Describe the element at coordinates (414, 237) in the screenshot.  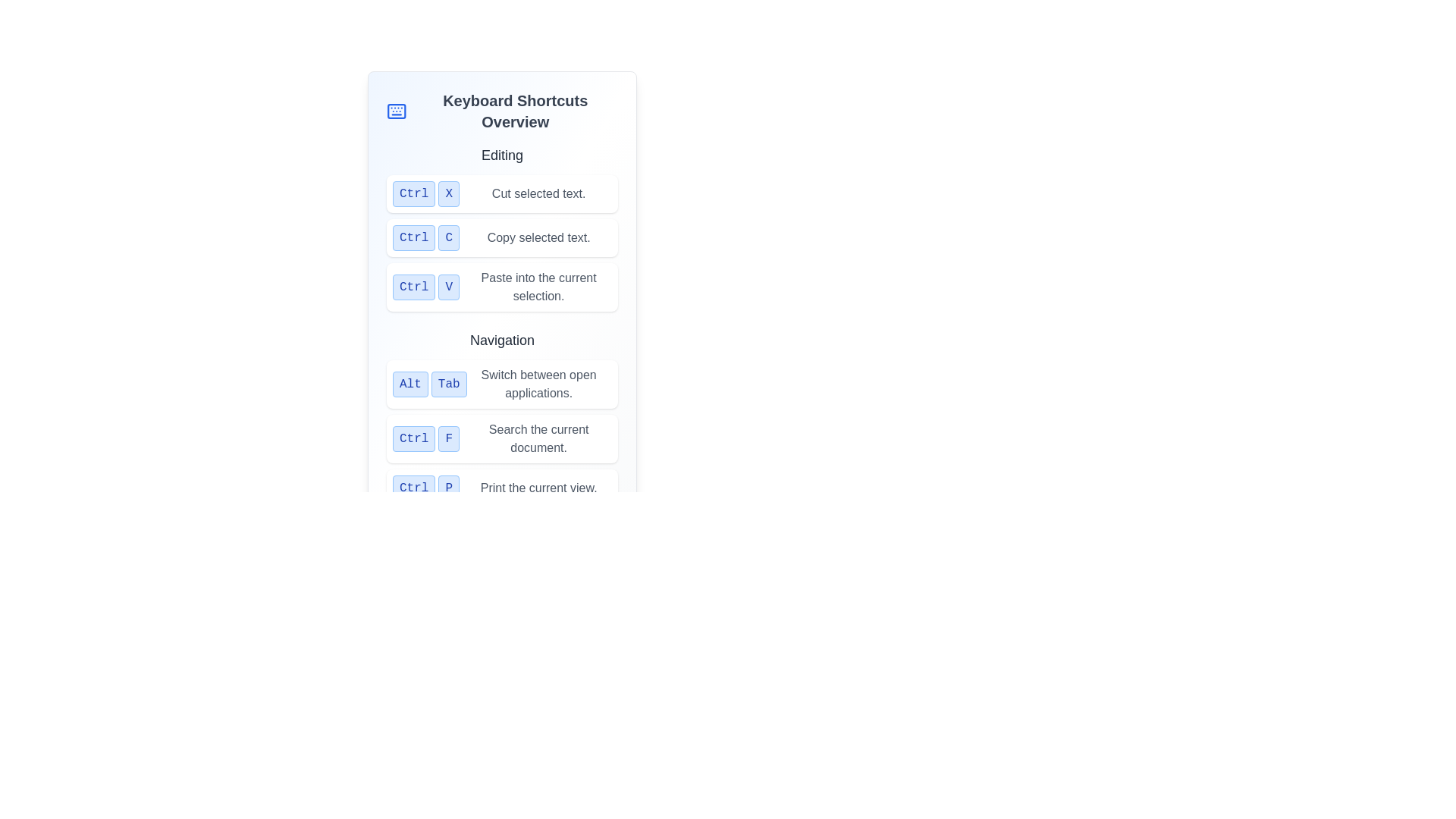
I see `the text on the 'Ctrl' button located in the second row of shortcut keys under the 'Editing' section, which has a light blue background and is the first button adjacent to the 'C' button` at that location.